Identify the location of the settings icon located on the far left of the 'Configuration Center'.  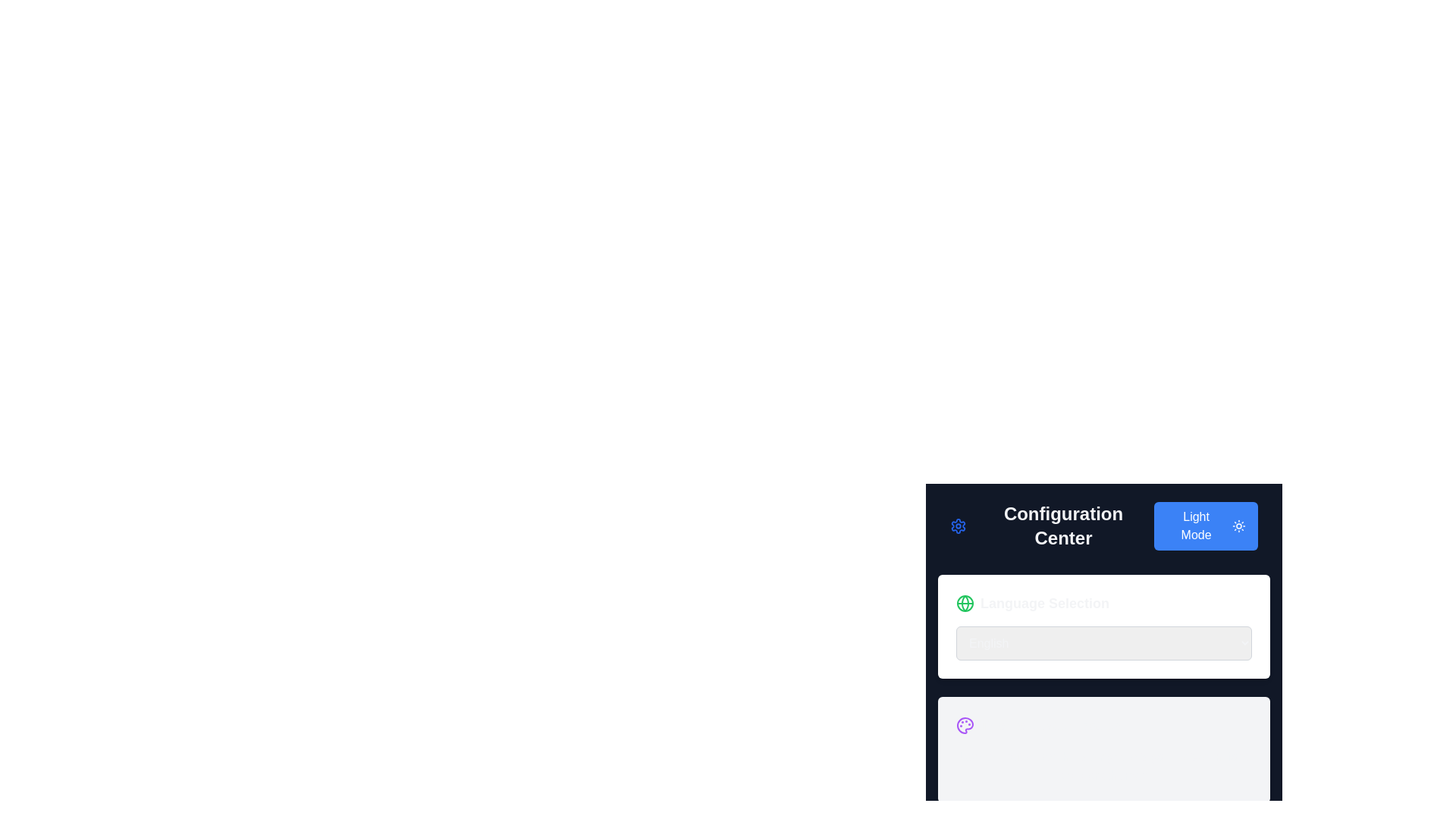
(957, 526).